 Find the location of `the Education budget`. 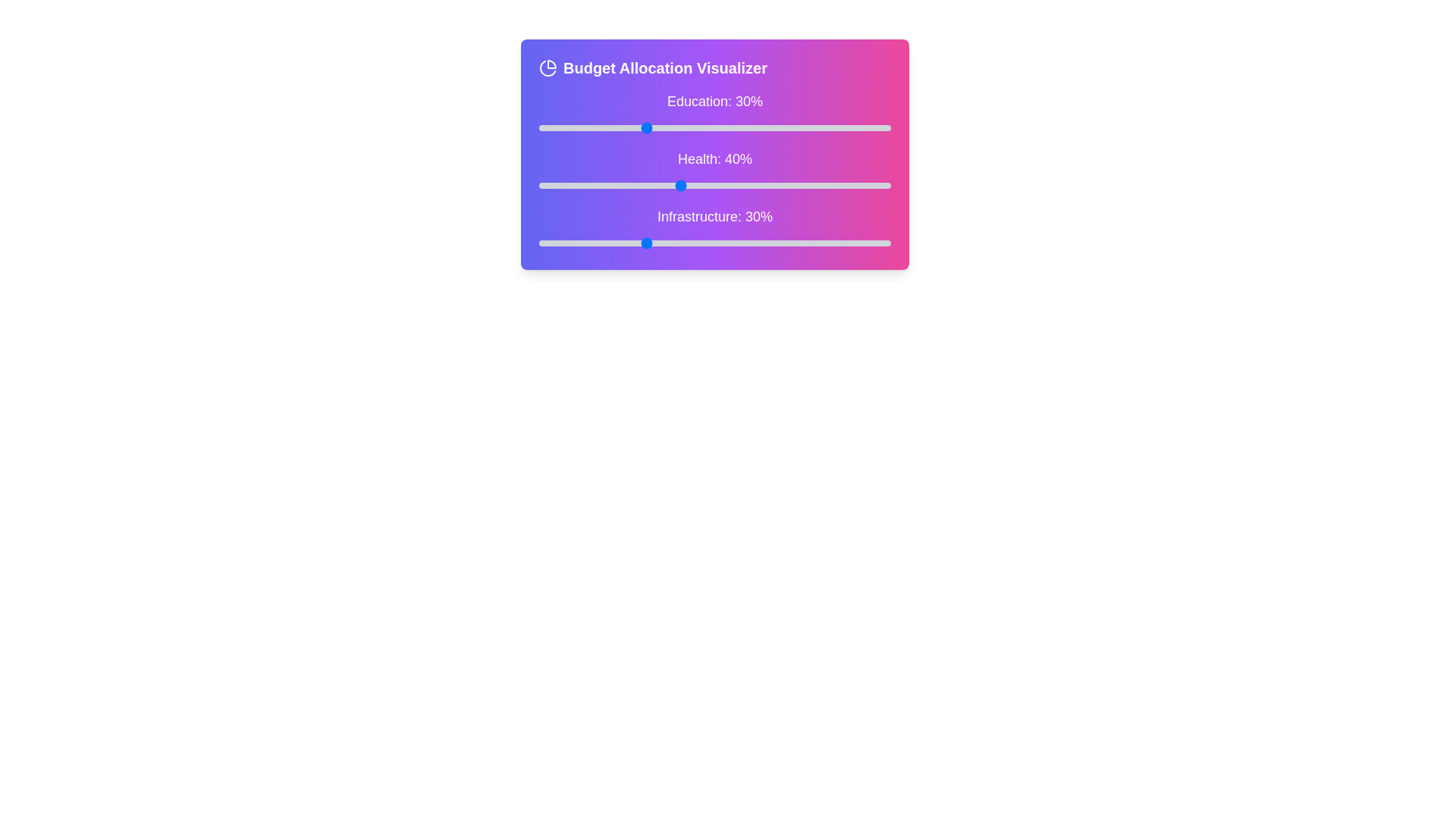

the Education budget is located at coordinates (651, 127).